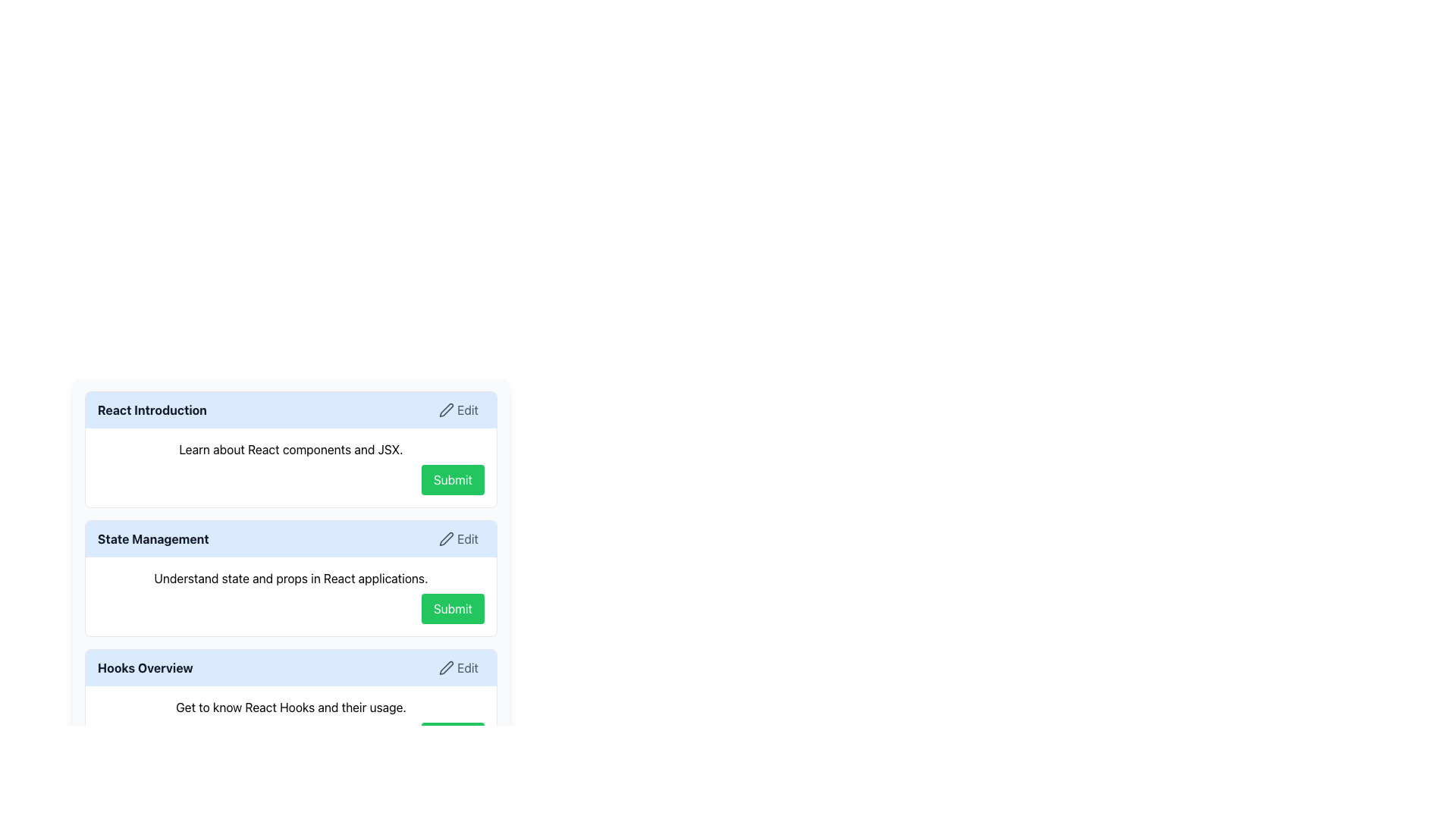 The image size is (1456, 819). Describe the element at coordinates (291, 607) in the screenshot. I see `the button located at the bottom-right corner of the 'State Management' section` at that location.